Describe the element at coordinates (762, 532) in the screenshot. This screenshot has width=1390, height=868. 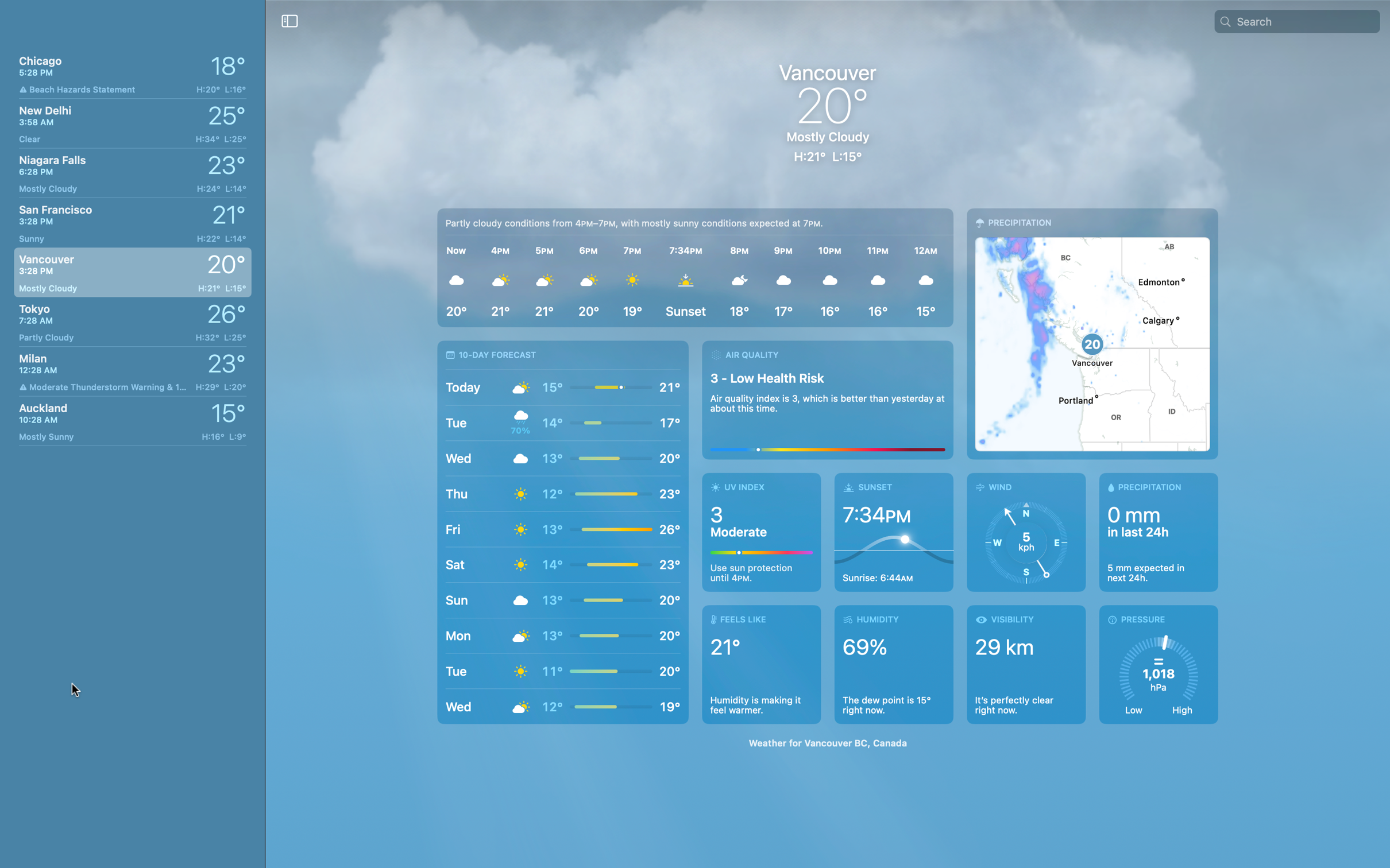
I see `Detect today"s UV level in Vancouver` at that location.